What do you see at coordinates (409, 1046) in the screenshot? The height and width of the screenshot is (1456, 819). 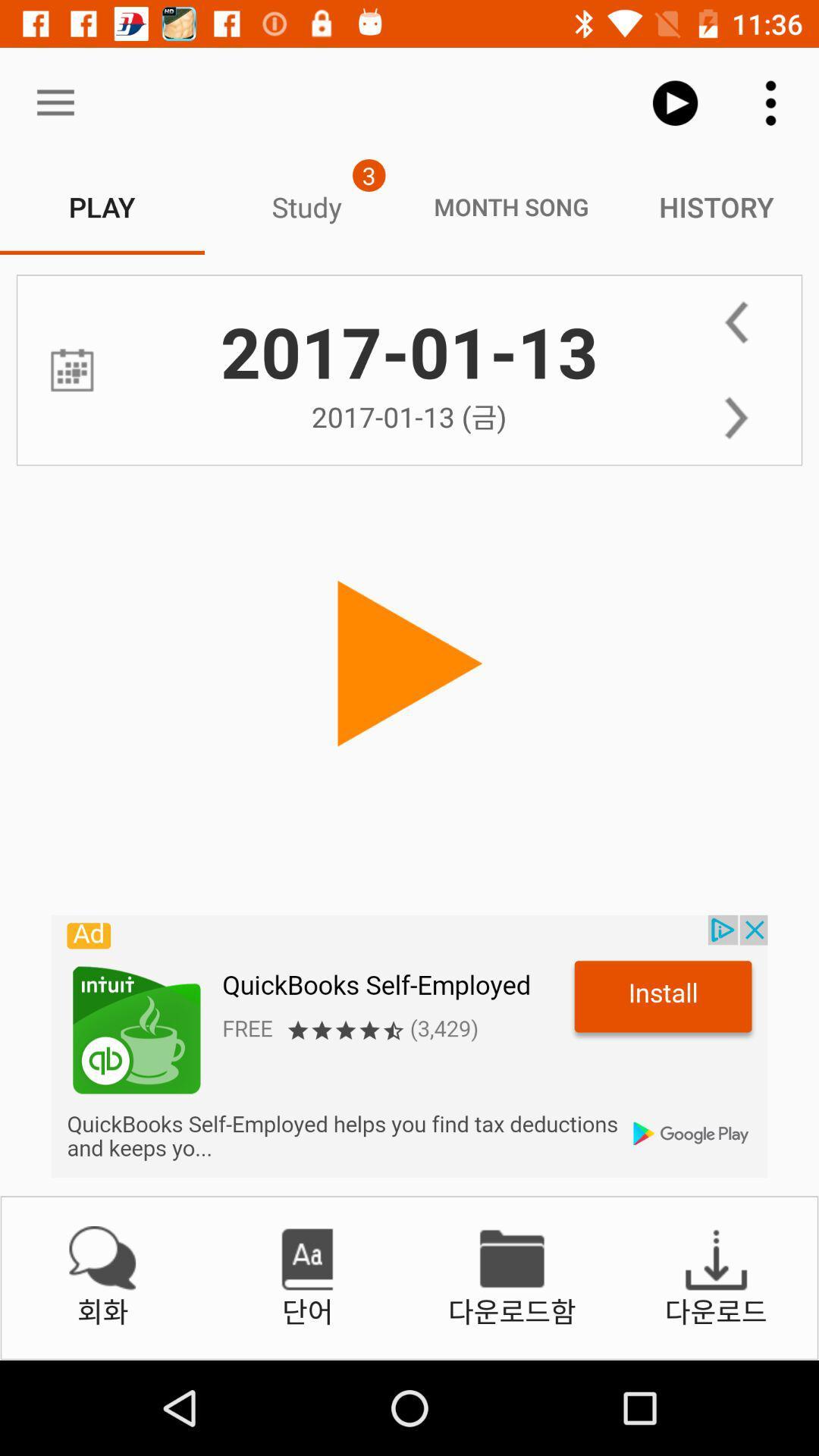 I see `advertisement banner` at bounding box center [409, 1046].